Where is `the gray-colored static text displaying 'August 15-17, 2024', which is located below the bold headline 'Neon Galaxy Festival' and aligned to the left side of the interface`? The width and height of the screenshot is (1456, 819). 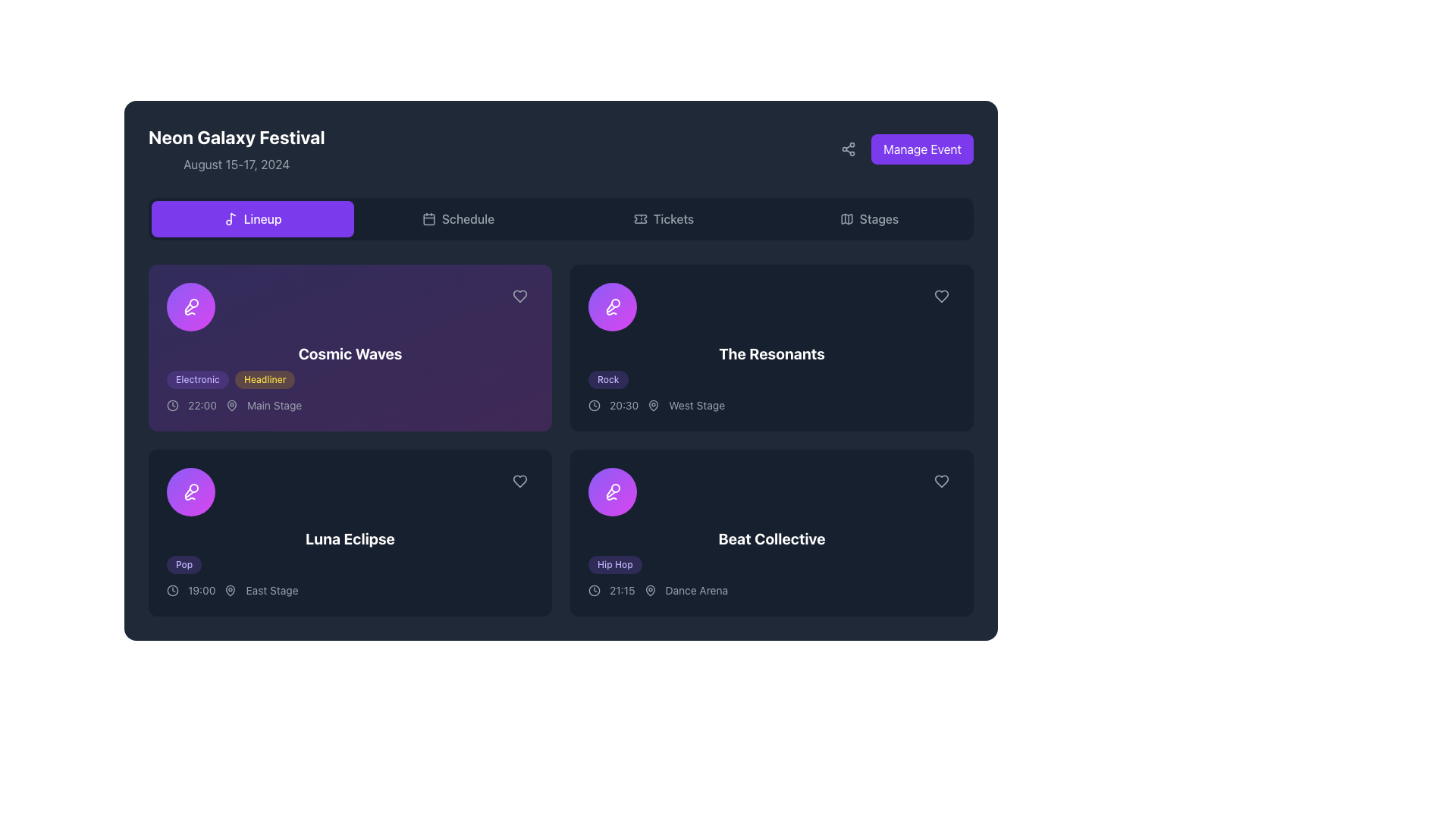
the gray-colored static text displaying 'August 15-17, 2024', which is located below the bold headline 'Neon Galaxy Festival' and aligned to the left side of the interface is located at coordinates (236, 164).